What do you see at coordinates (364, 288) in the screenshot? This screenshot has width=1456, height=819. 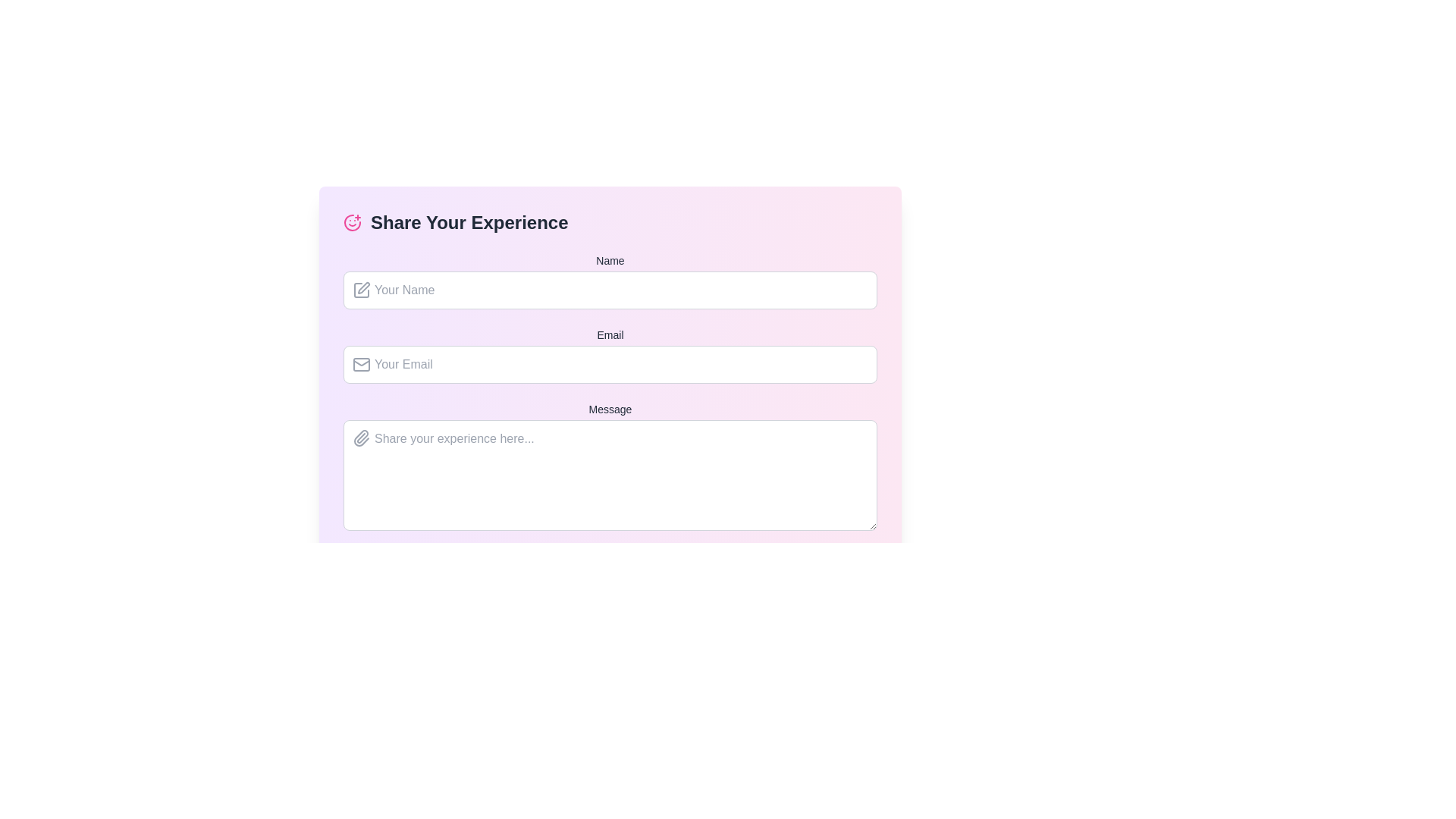 I see `the small pen or pencil icon located in the 'Share Your Experience' section, positioned to the left of the 'Your Name' input field` at bounding box center [364, 288].